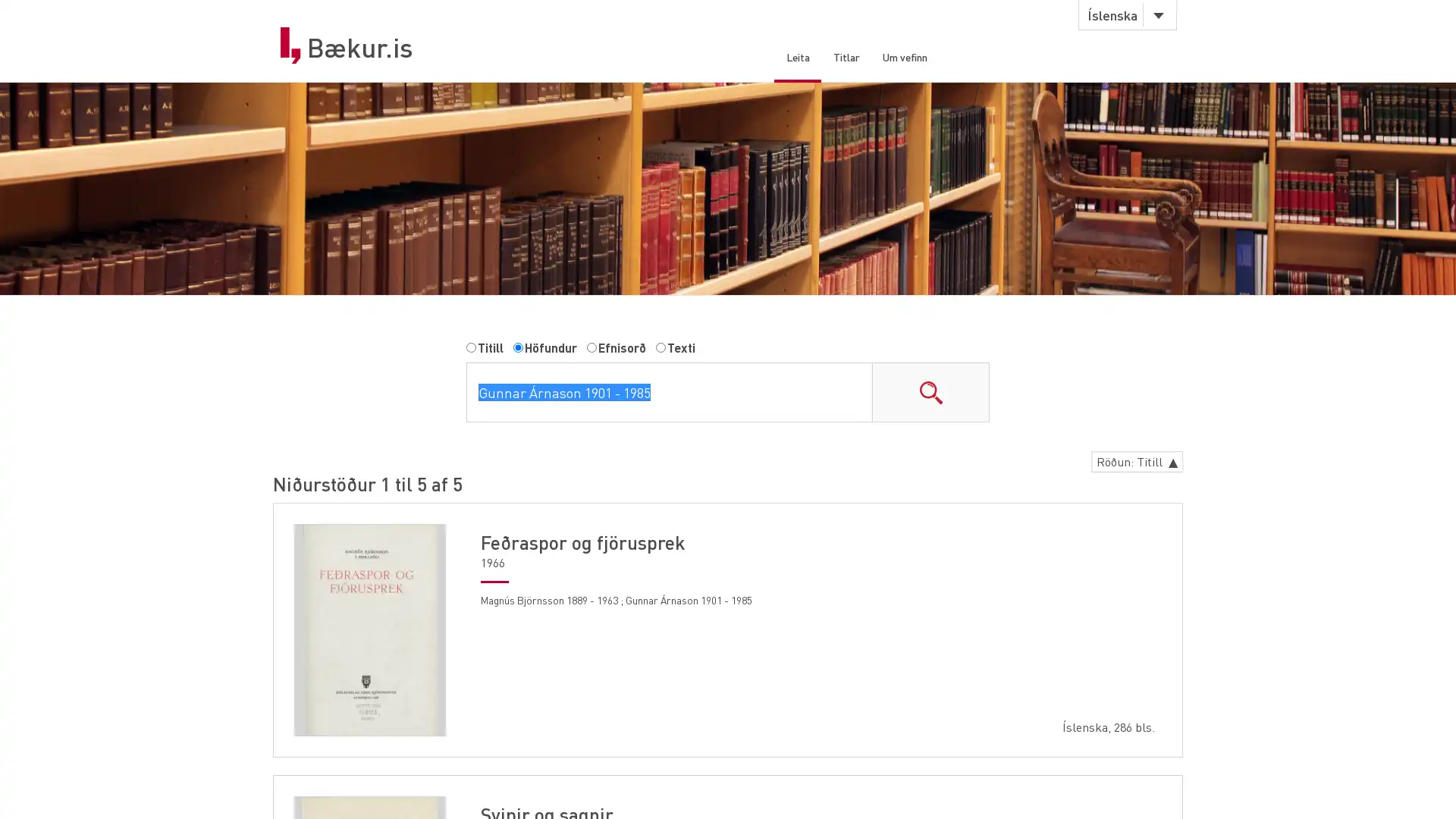 This screenshot has height=819, width=1456. What do you see at coordinates (930, 394) in the screenshot?
I see `search` at bounding box center [930, 394].